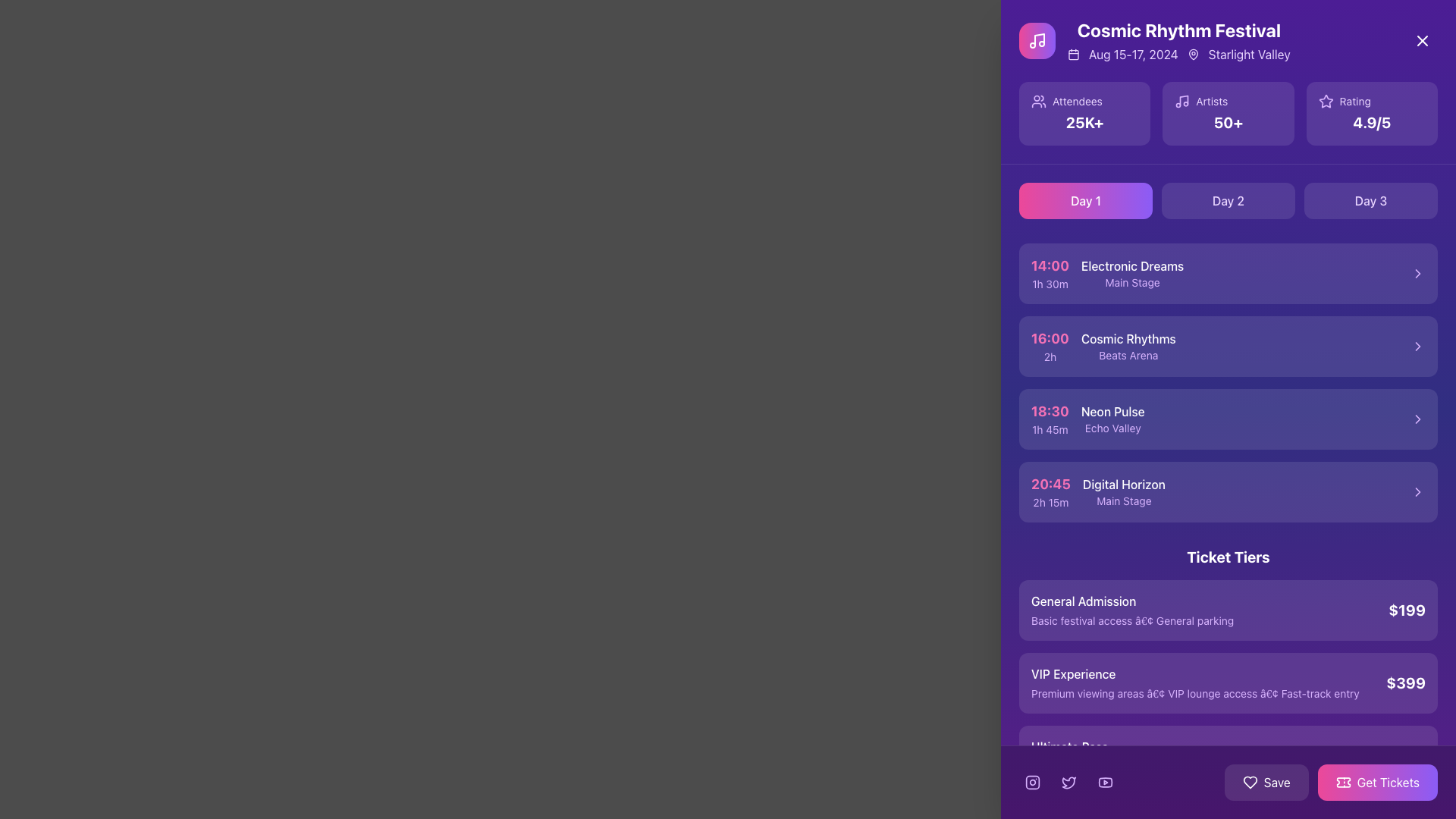  What do you see at coordinates (1228, 200) in the screenshot?
I see `the rectangular button labeled 'Day 2' with a rounded design and a gradient background` at bounding box center [1228, 200].